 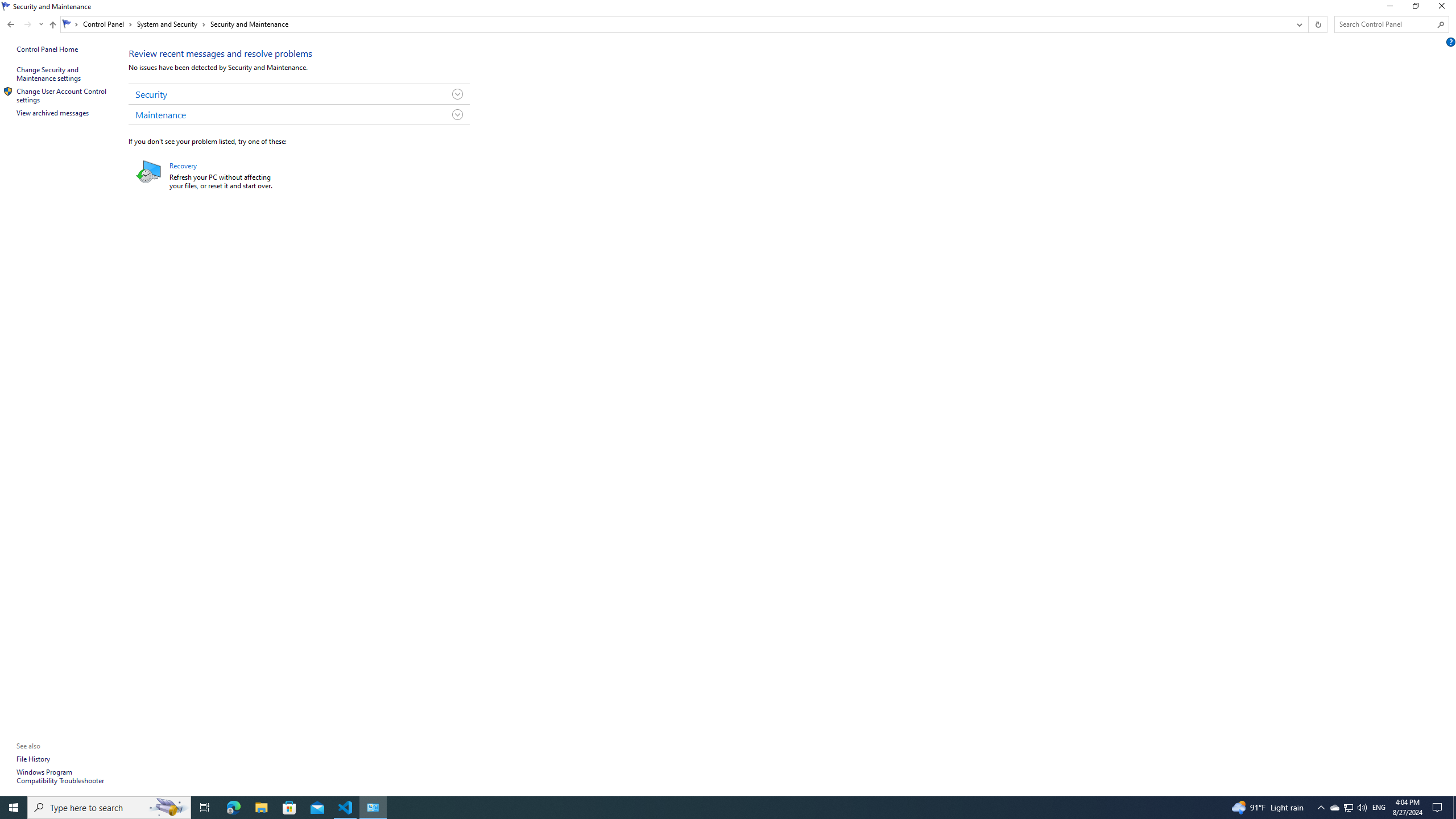 I want to click on 'Up to "System and Security" (Alt + Up Arrow)', so click(x=53, y=24).